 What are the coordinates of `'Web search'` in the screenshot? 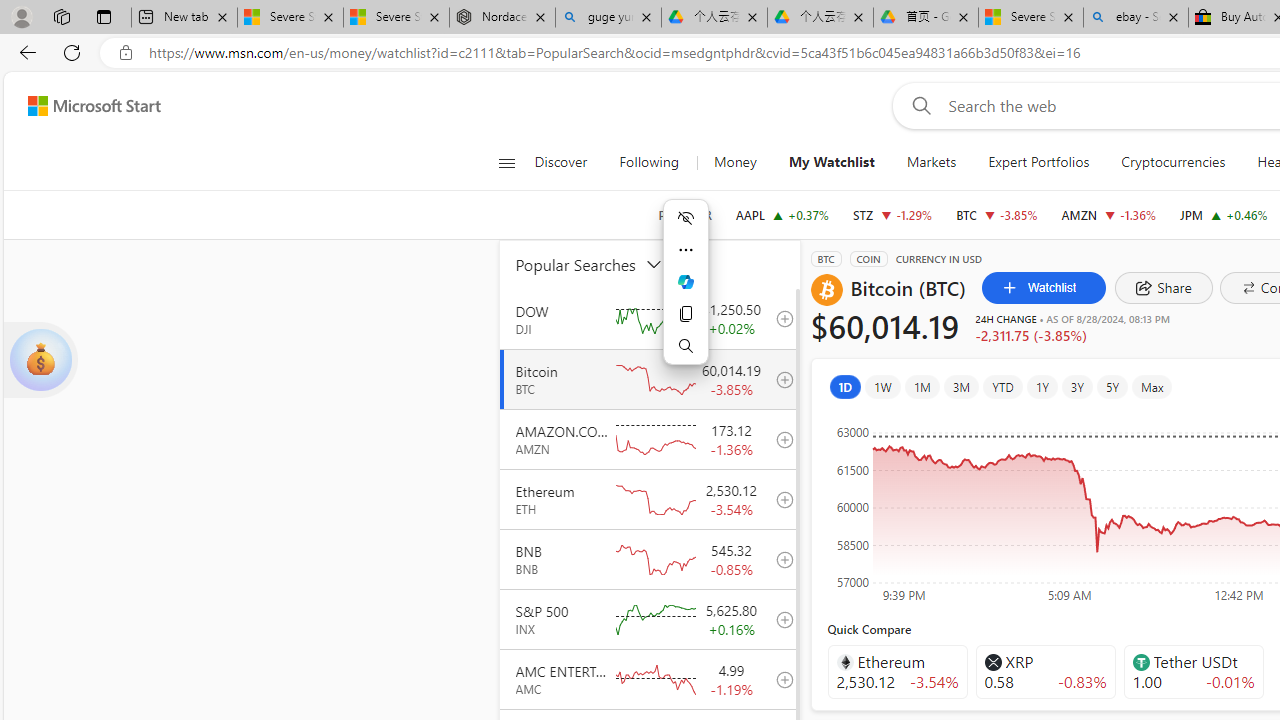 It's located at (916, 105).